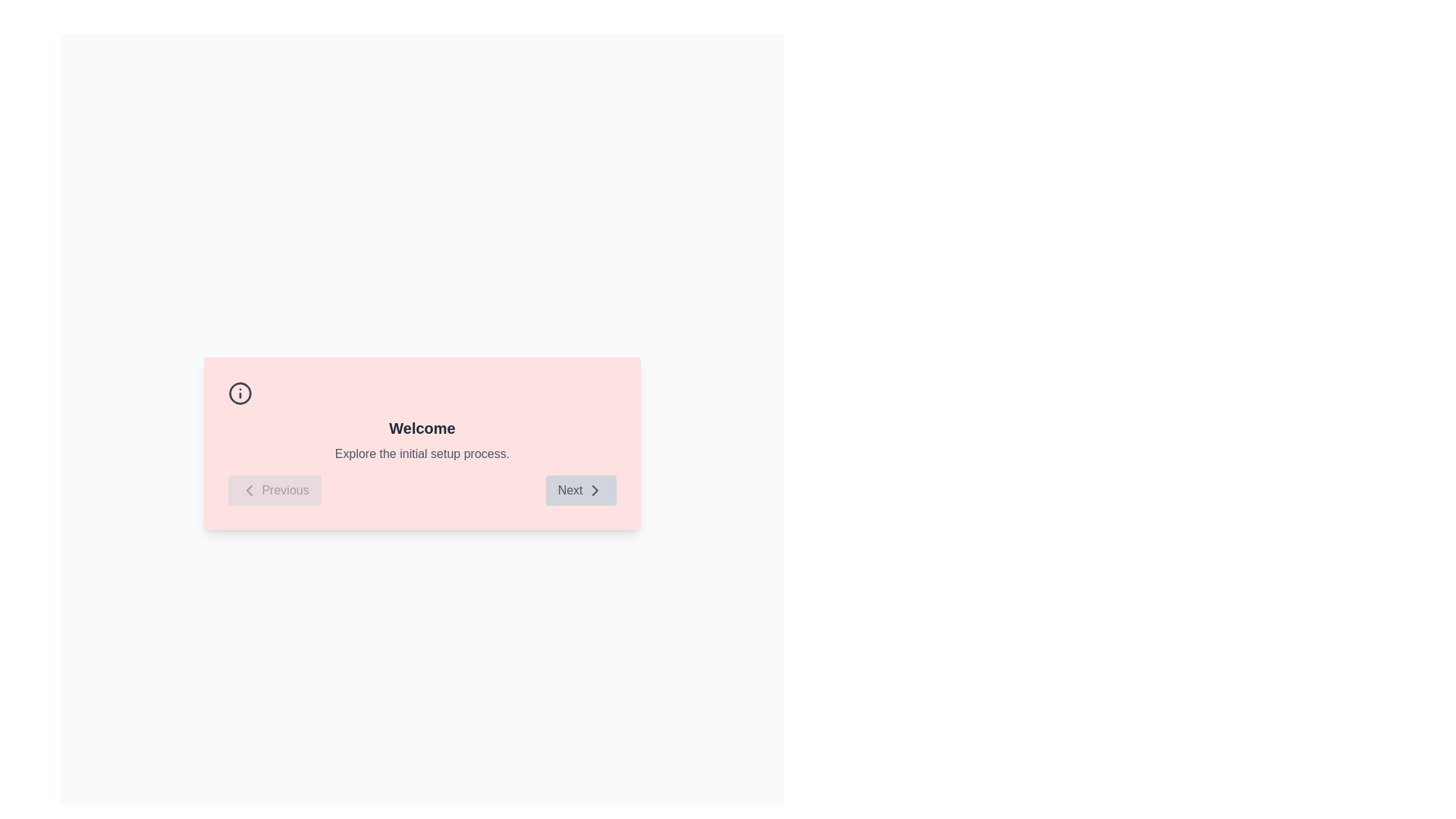 The height and width of the screenshot is (819, 1456). What do you see at coordinates (595, 491) in the screenshot?
I see `the rightward pointing arrow icon within the 'Next' button` at bounding box center [595, 491].